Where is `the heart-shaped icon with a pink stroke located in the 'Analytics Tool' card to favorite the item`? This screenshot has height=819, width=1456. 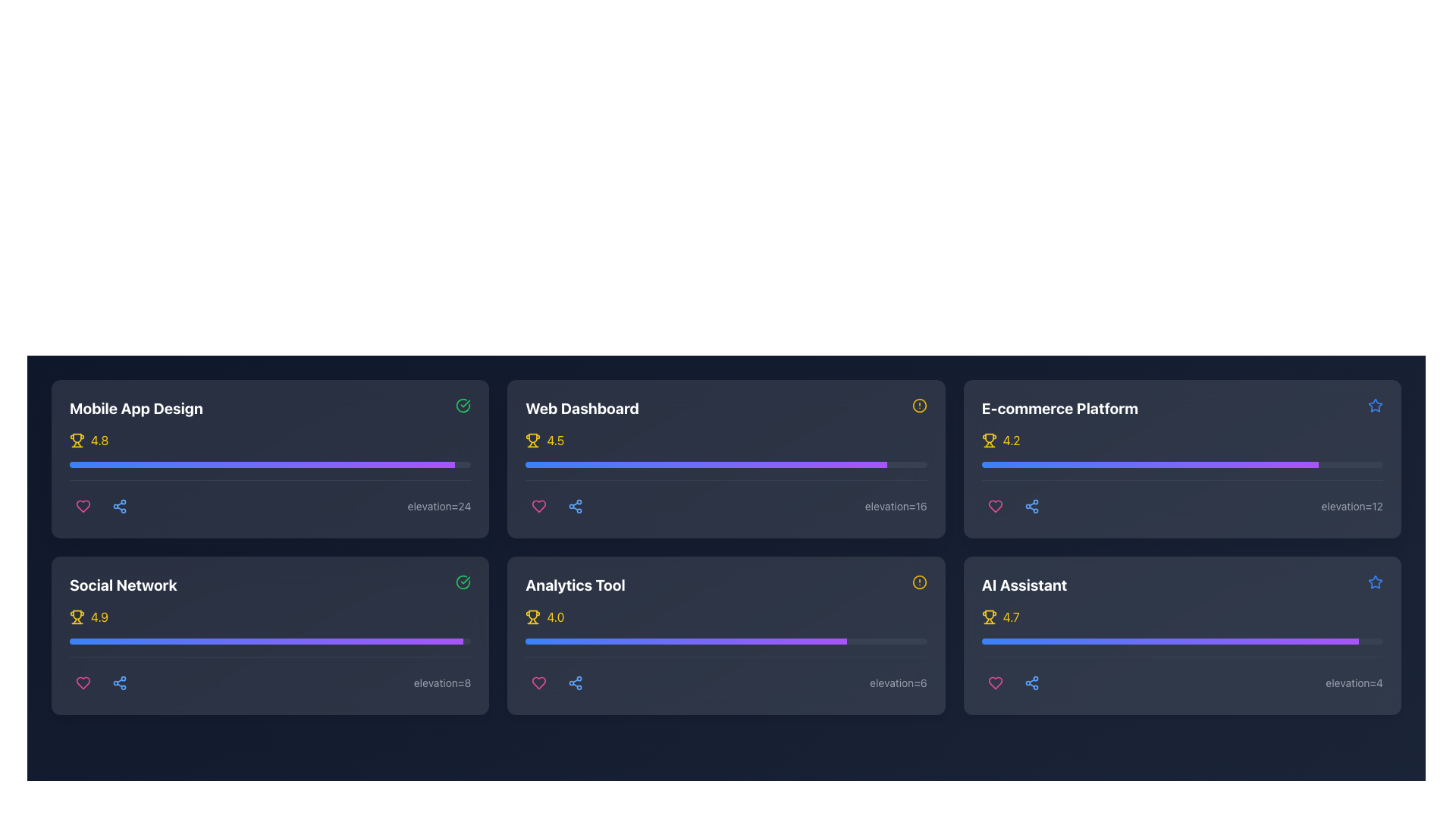 the heart-shaped icon with a pink stroke located in the 'Analytics Tool' card to favorite the item is located at coordinates (539, 683).